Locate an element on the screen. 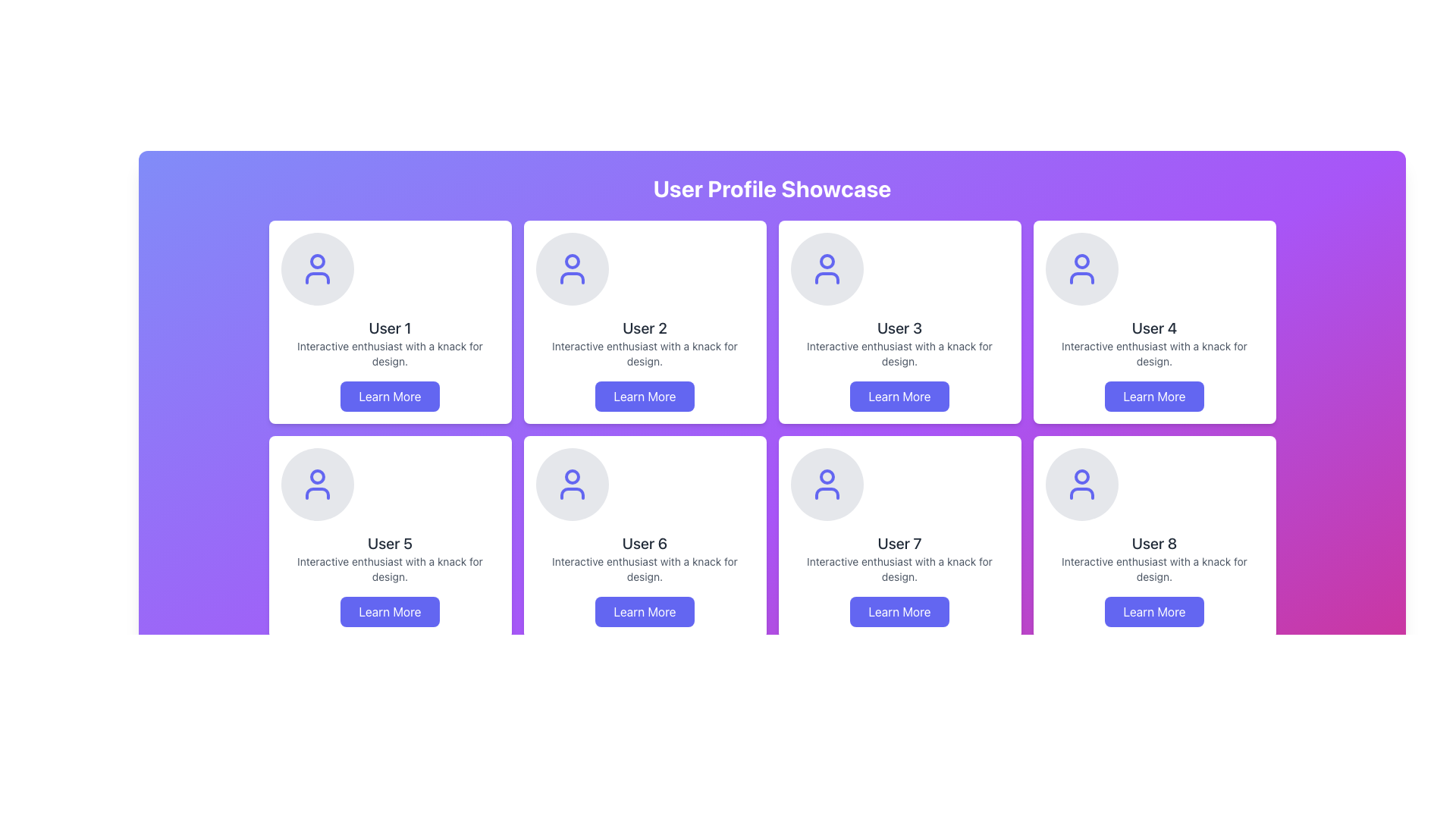  the 'Learn More' button with a purple fill color, located in the user profile card of 'User 6' is located at coordinates (645, 610).